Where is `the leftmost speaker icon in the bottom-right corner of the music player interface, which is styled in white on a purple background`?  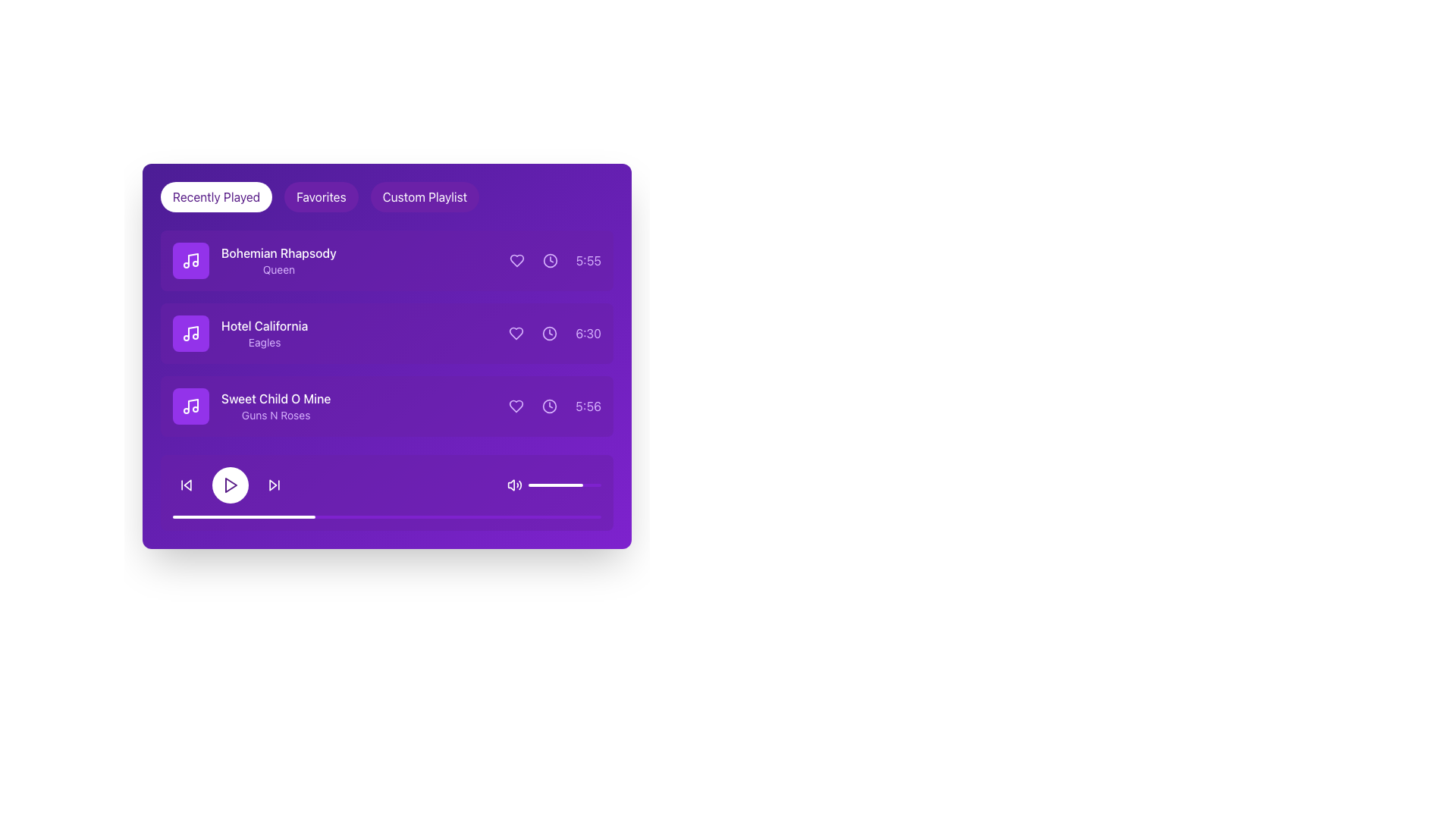
the leftmost speaker icon in the bottom-right corner of the music player interface, which is styled in white on a purple background is located at coordinates (511, 485).